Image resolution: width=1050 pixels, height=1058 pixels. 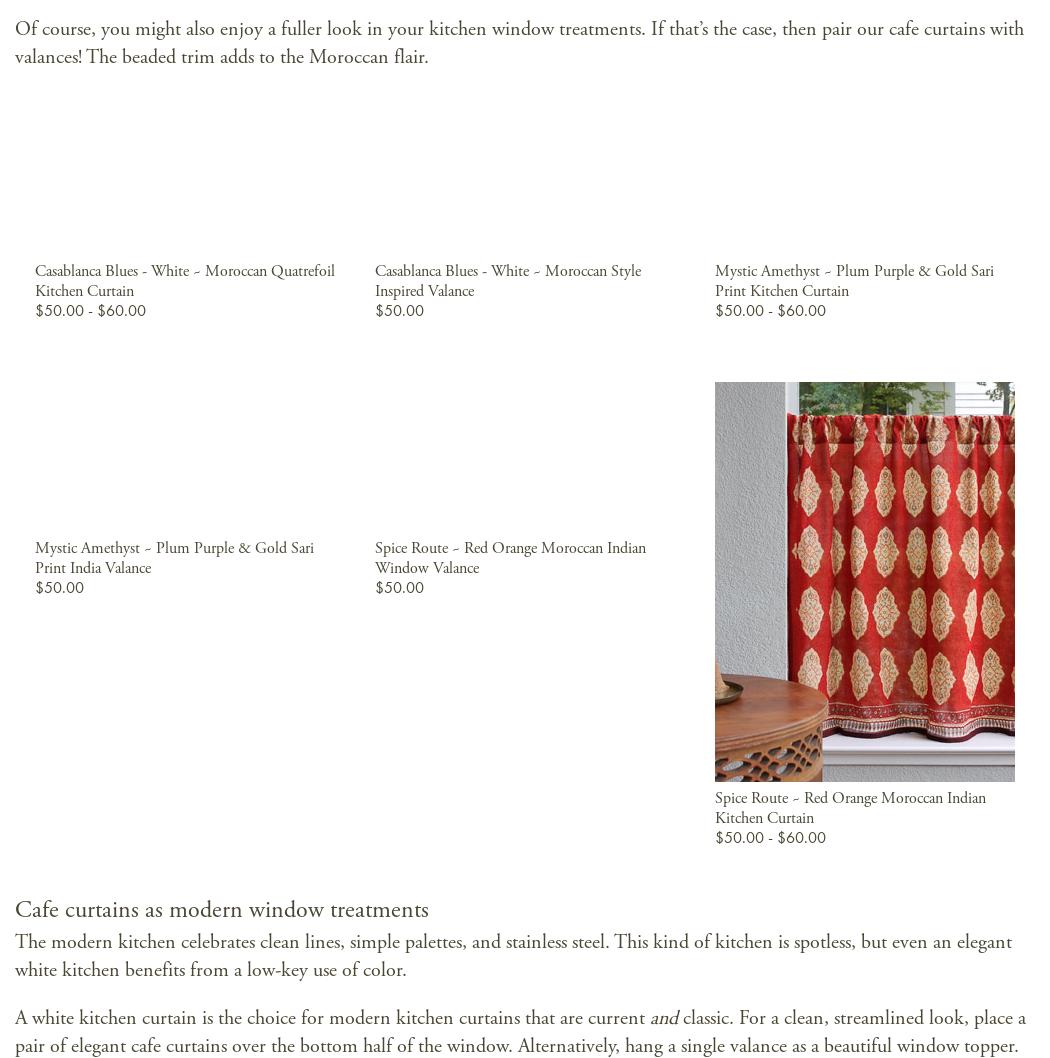 I want to click on 'Of course, you might also enjoy a fuller look in your kitchen window treatments. If that’s the case, then pair our cafe curtains with valances! The beaded trim adds to the Moroccan flair.', so click(x=518, y=42).